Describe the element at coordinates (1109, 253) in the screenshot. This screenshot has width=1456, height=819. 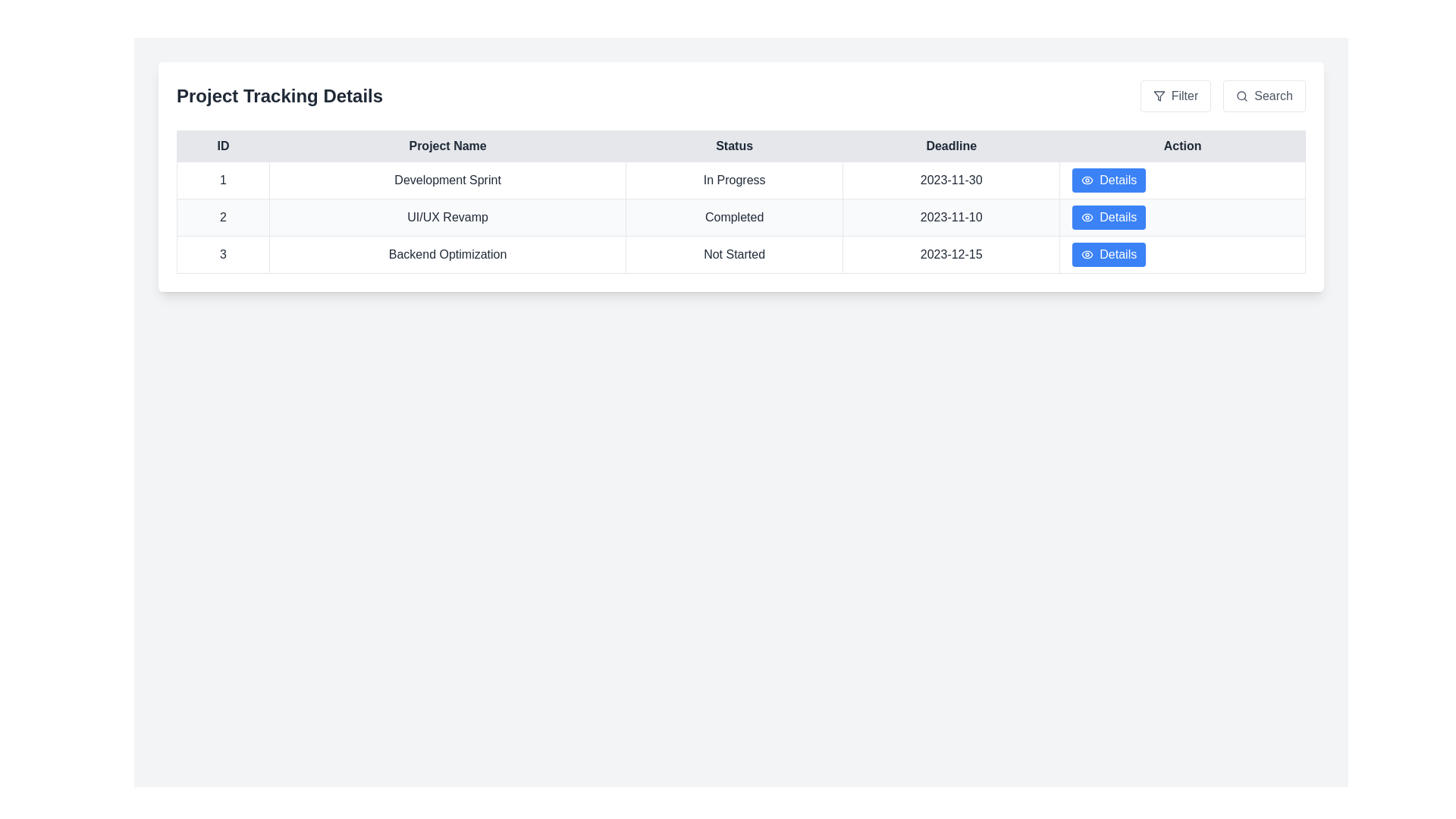
I see `the 'Details' button with a blue background and white text, located in the bottom row of the 'Action' column of the table, associated with 'Backend Optimization'` at that location.